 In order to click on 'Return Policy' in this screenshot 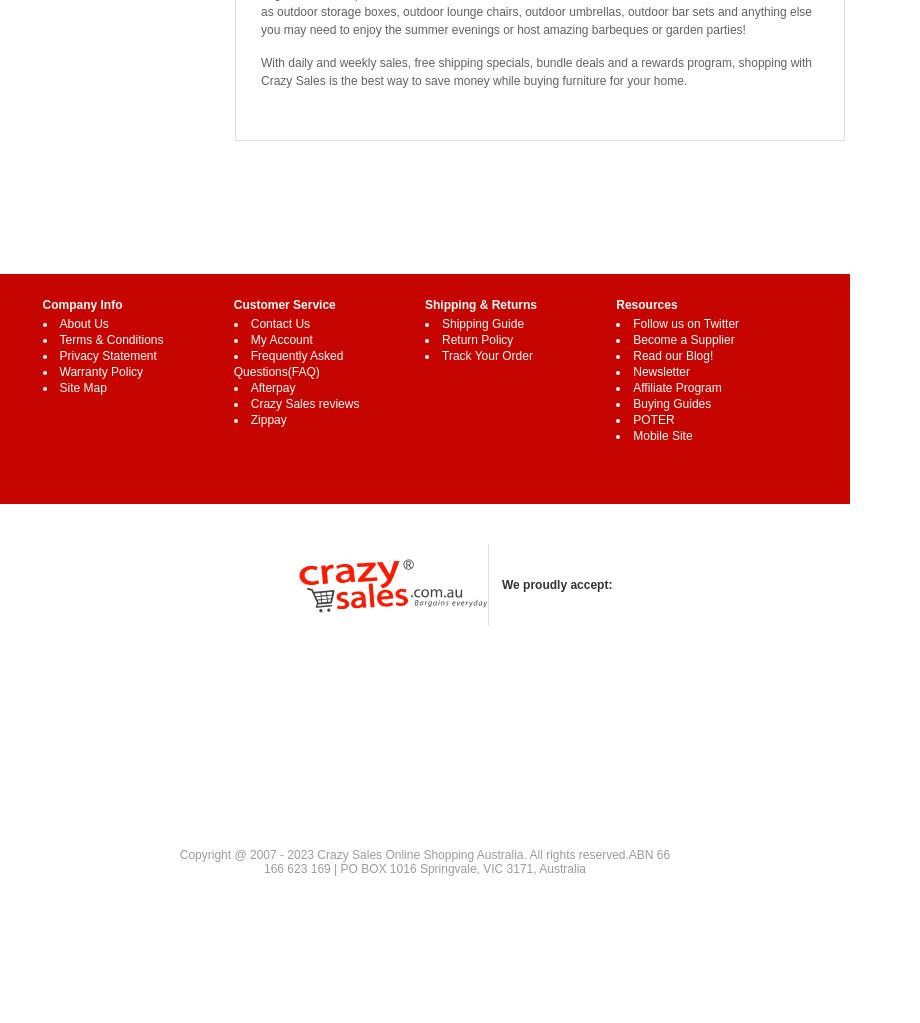, I will do `click(477, 340)`.